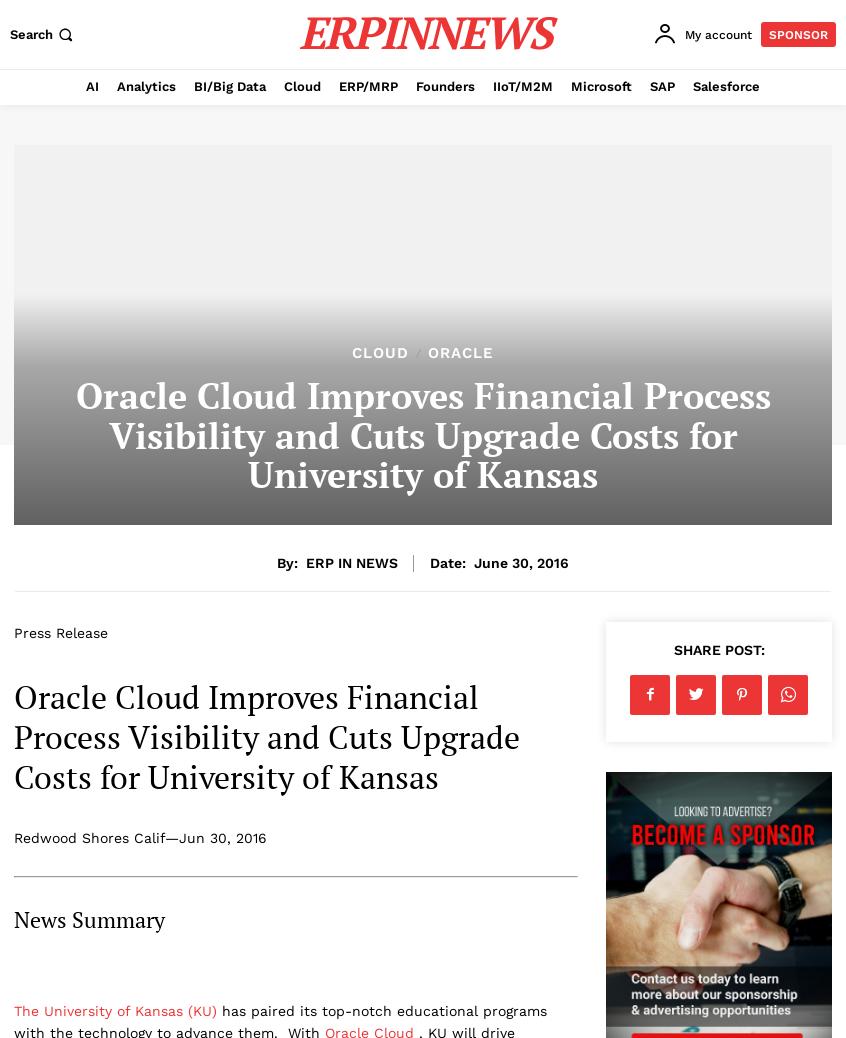 This screenshot has height=1038, width=846. Describe the element at coordinates (459, 353) in the screenshot. I see `'Oracle'` at that location.